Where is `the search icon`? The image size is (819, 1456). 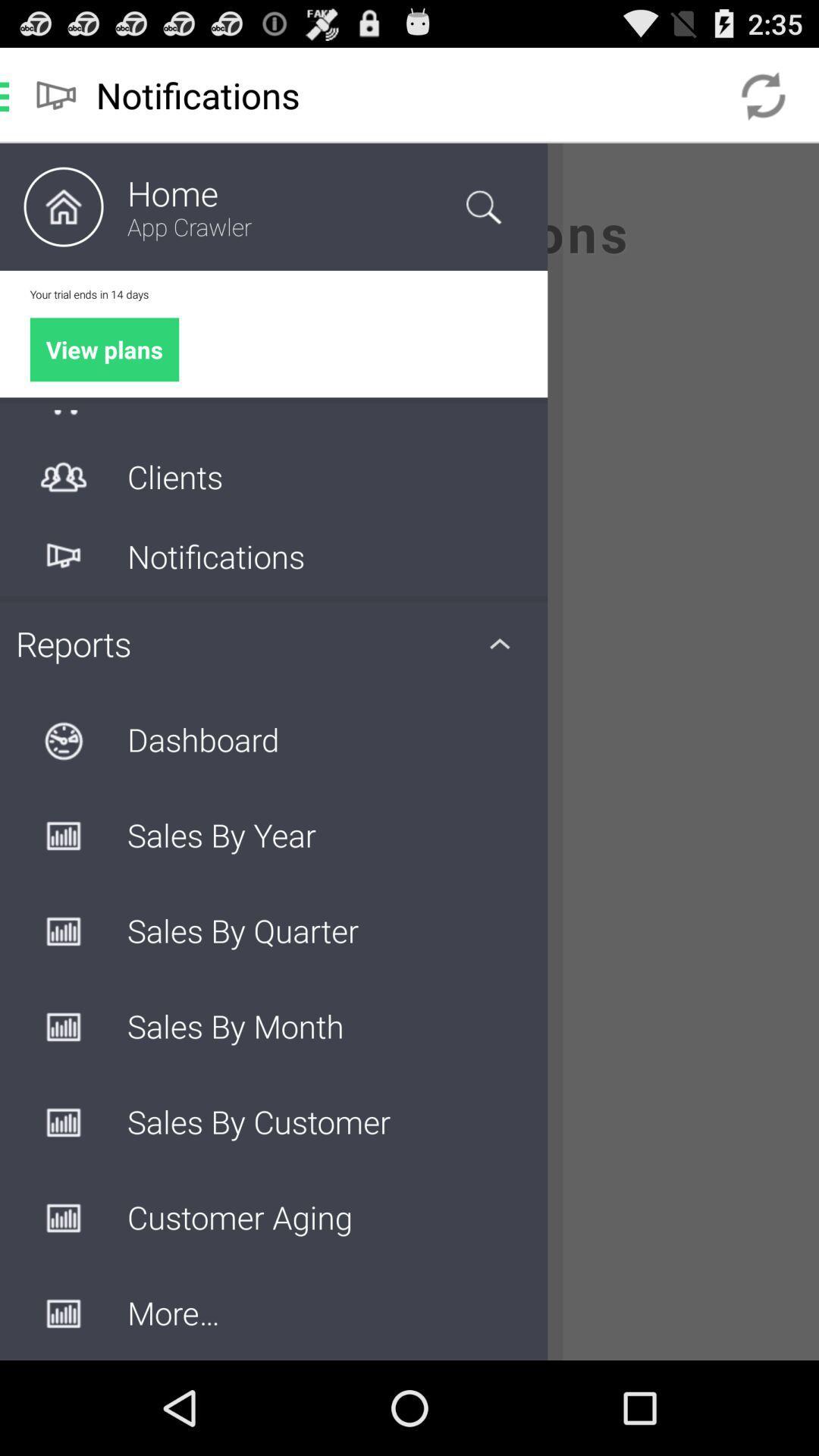
the search icon is located at coordinates (484, 221).